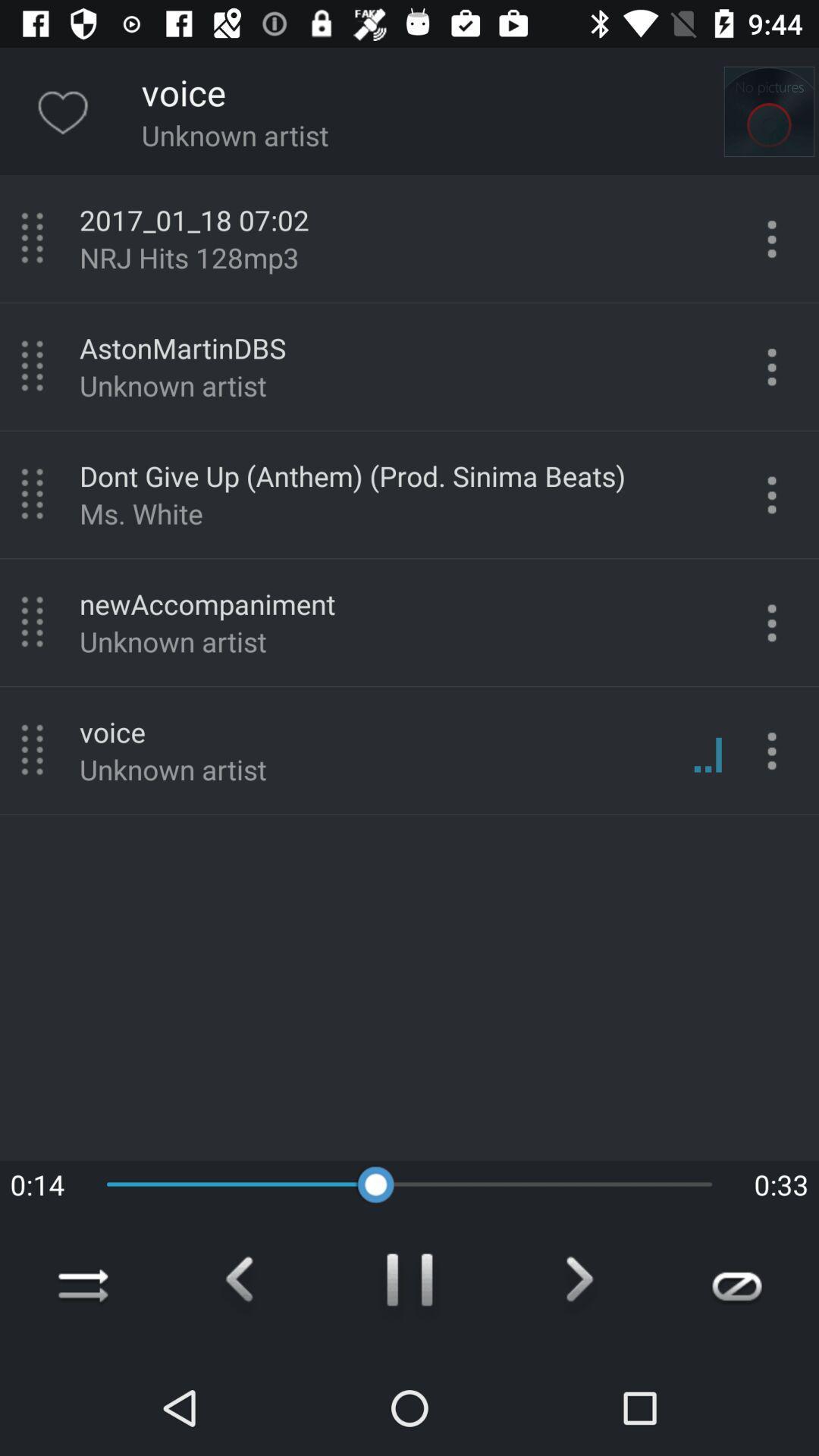  What do you see at coordinates (63, 111) in the screenshot?
I see `the favorite icon` at bounding box center [63, 111].